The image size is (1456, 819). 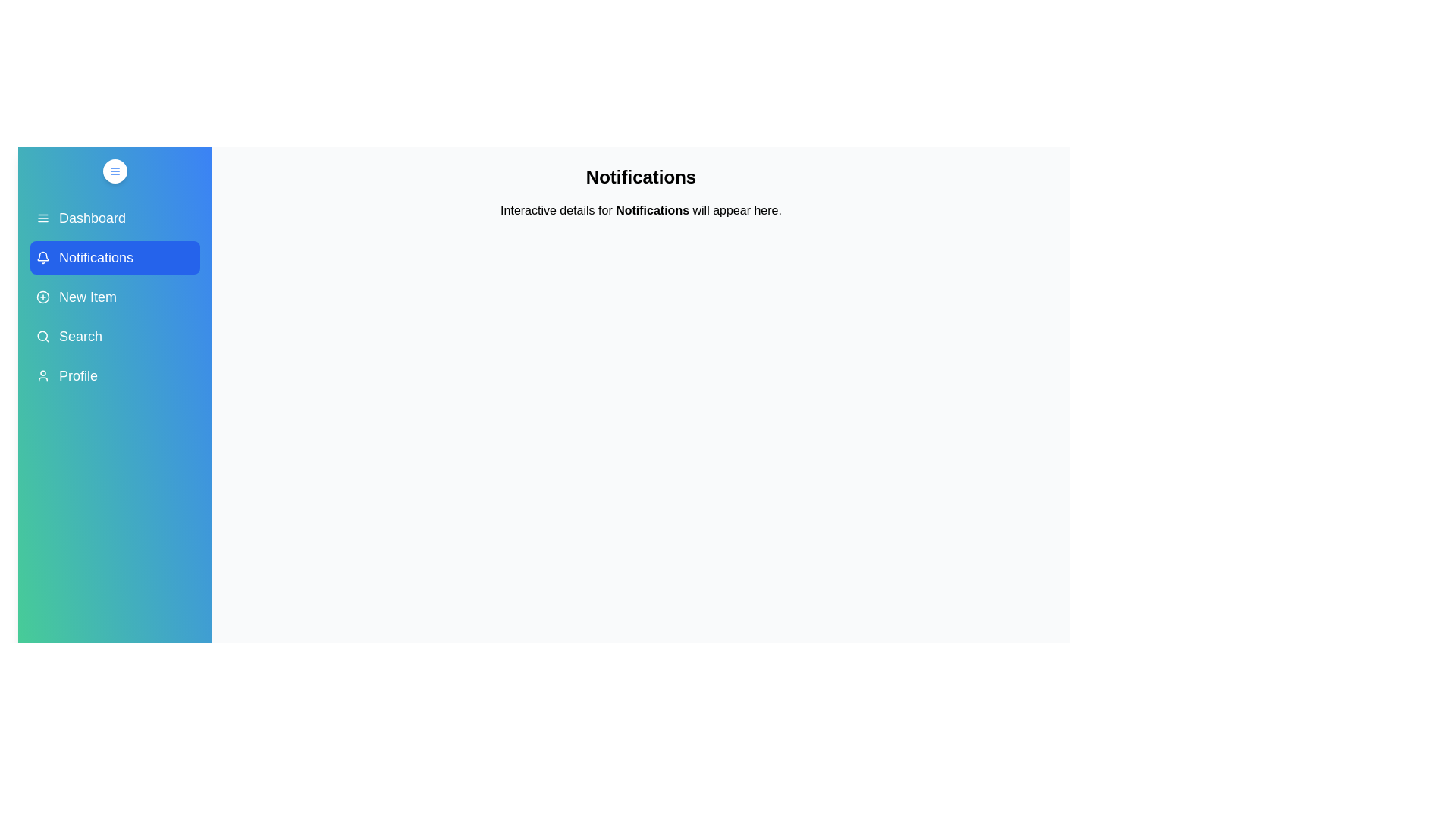 I want to click on the toggle button to change the drawer's open/close state, so click(x=115, y=171).